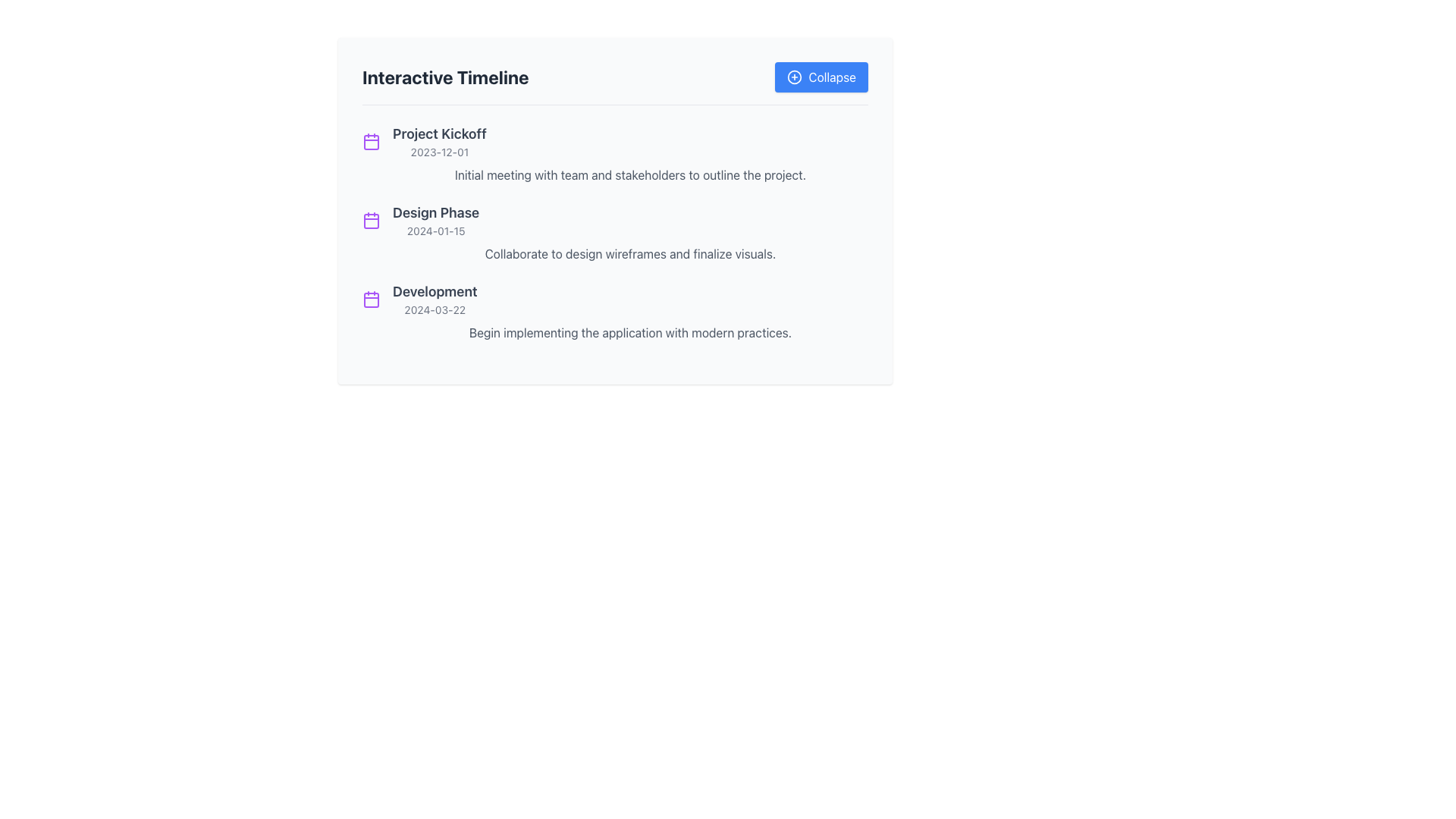 Image resolution: width=1456 pixels, height=819 pixels. Describe the element at coordinates (438, 152) in the screenshot. I see `date displayed in the text label showing '2023-12-01', which is located beneath the 'Project Kickoff' heading in the timeline interface` at that location.